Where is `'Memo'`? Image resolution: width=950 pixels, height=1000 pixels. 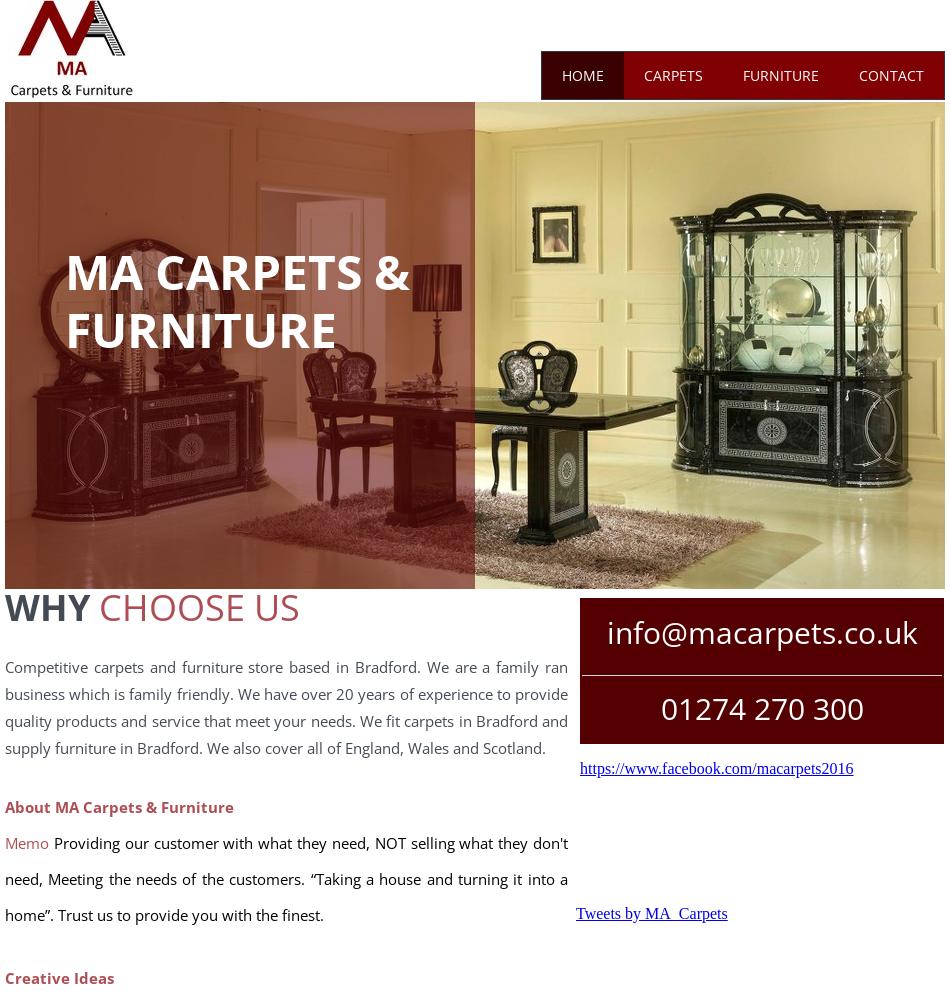
'Memo' is located at coordinates (26, 842).